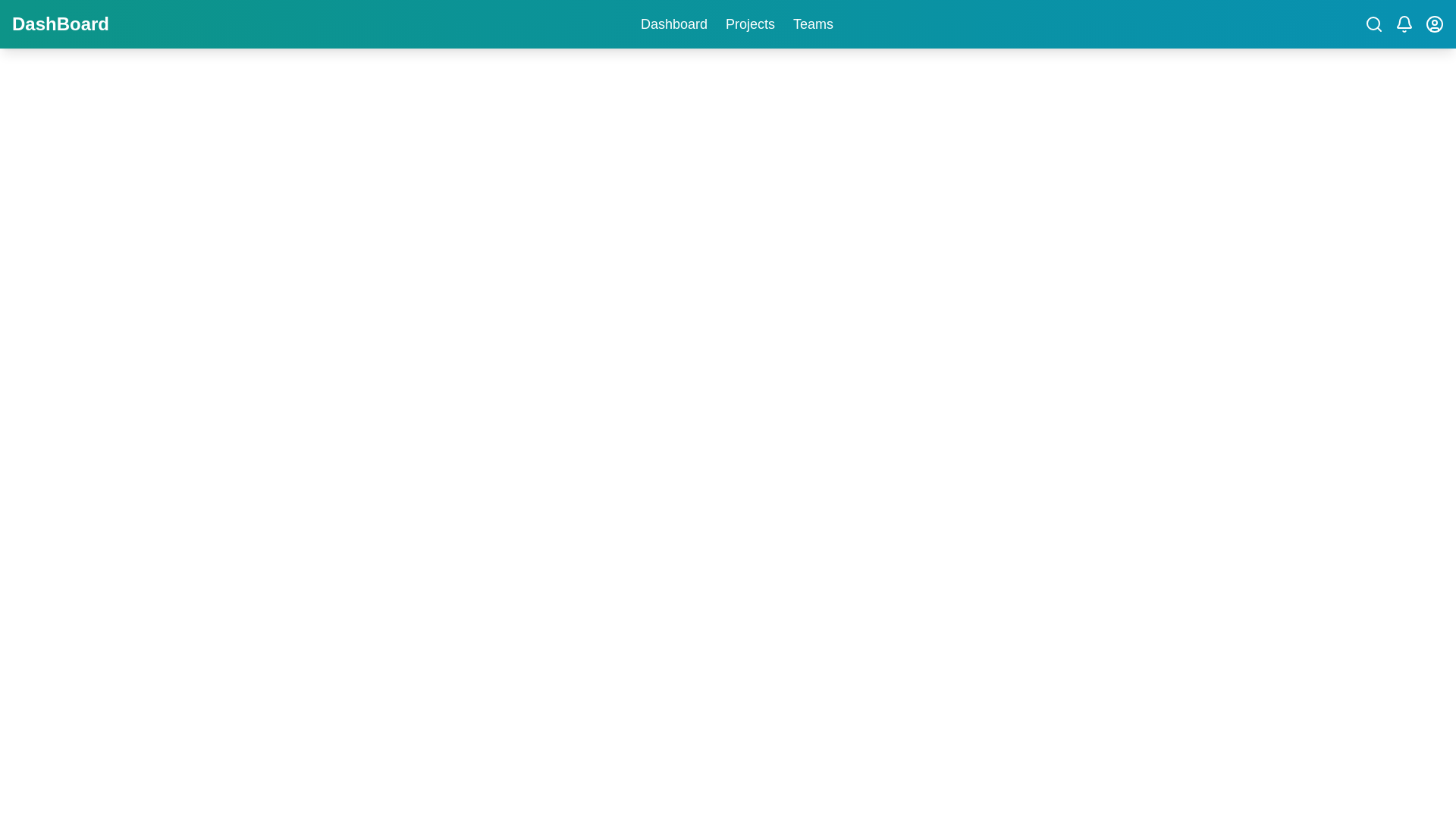  I want to click on the static text label that serves as the title for the Dashboard section, located at the leftmost part of the top navigation bar, so click(61, 24).